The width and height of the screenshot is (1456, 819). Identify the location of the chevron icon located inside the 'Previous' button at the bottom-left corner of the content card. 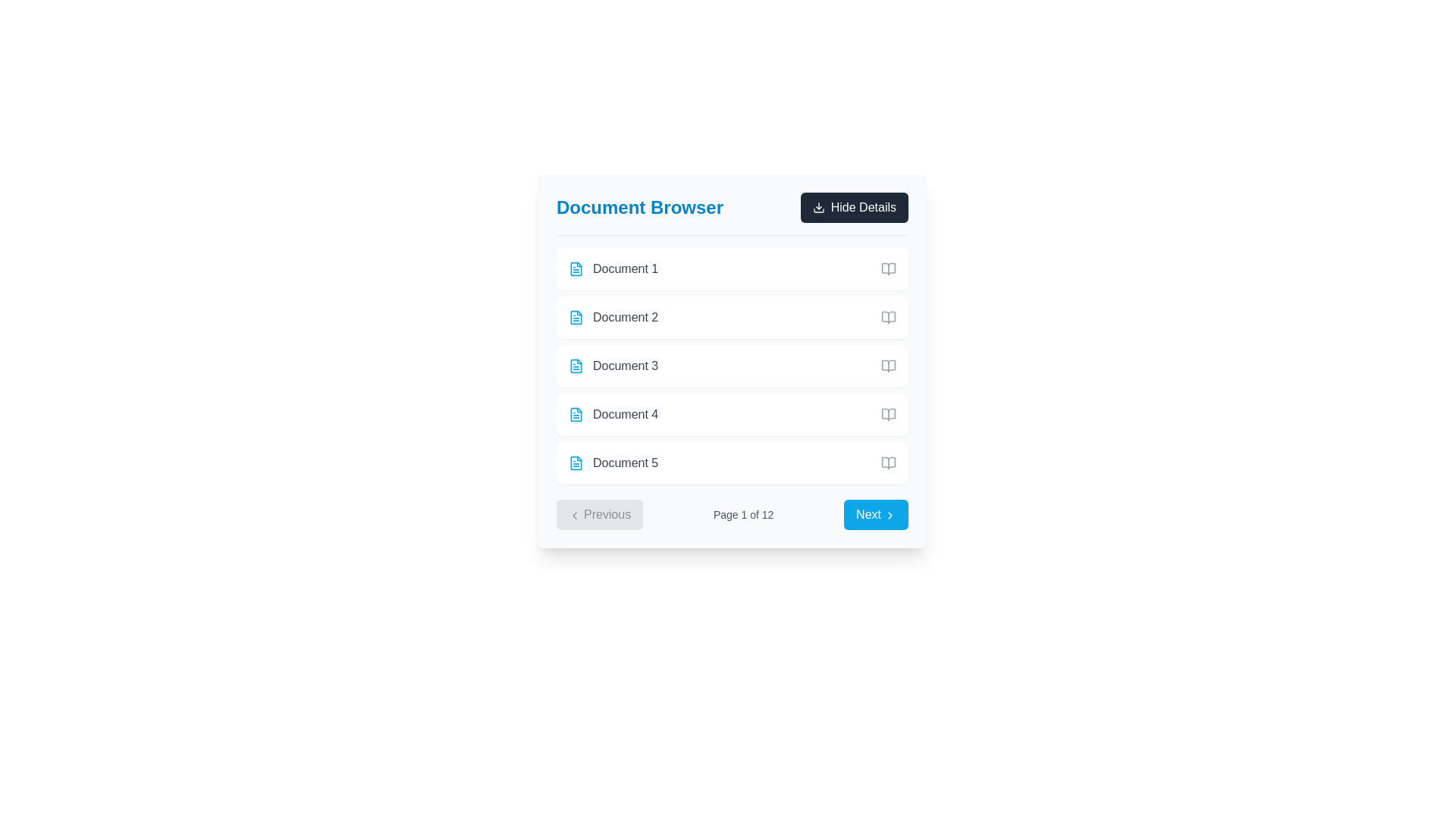
(574, 513).